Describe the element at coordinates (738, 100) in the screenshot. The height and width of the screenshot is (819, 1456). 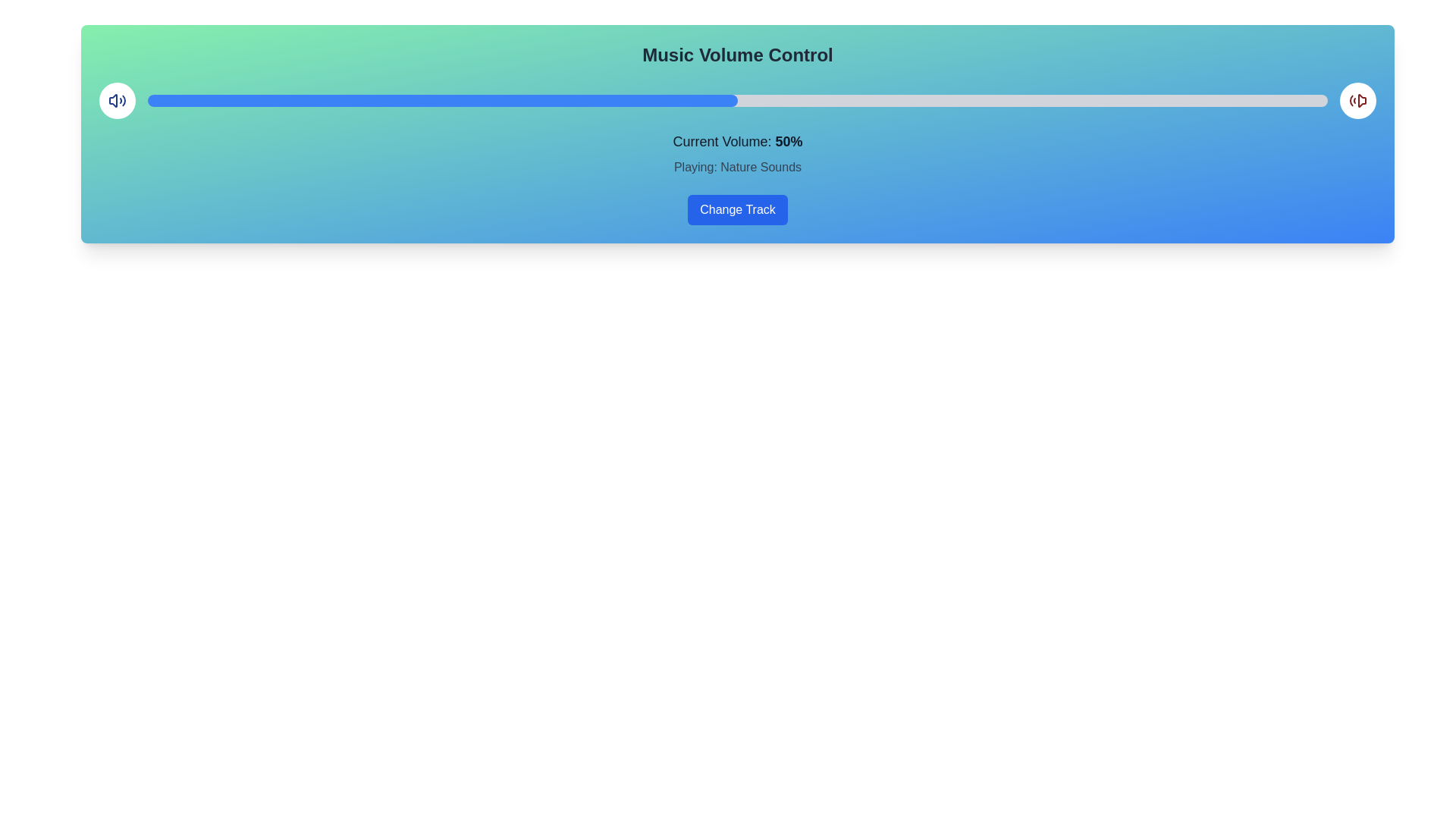
I see `the blue progress bar located in the middle horizontal section of the volume control interface` at that location.